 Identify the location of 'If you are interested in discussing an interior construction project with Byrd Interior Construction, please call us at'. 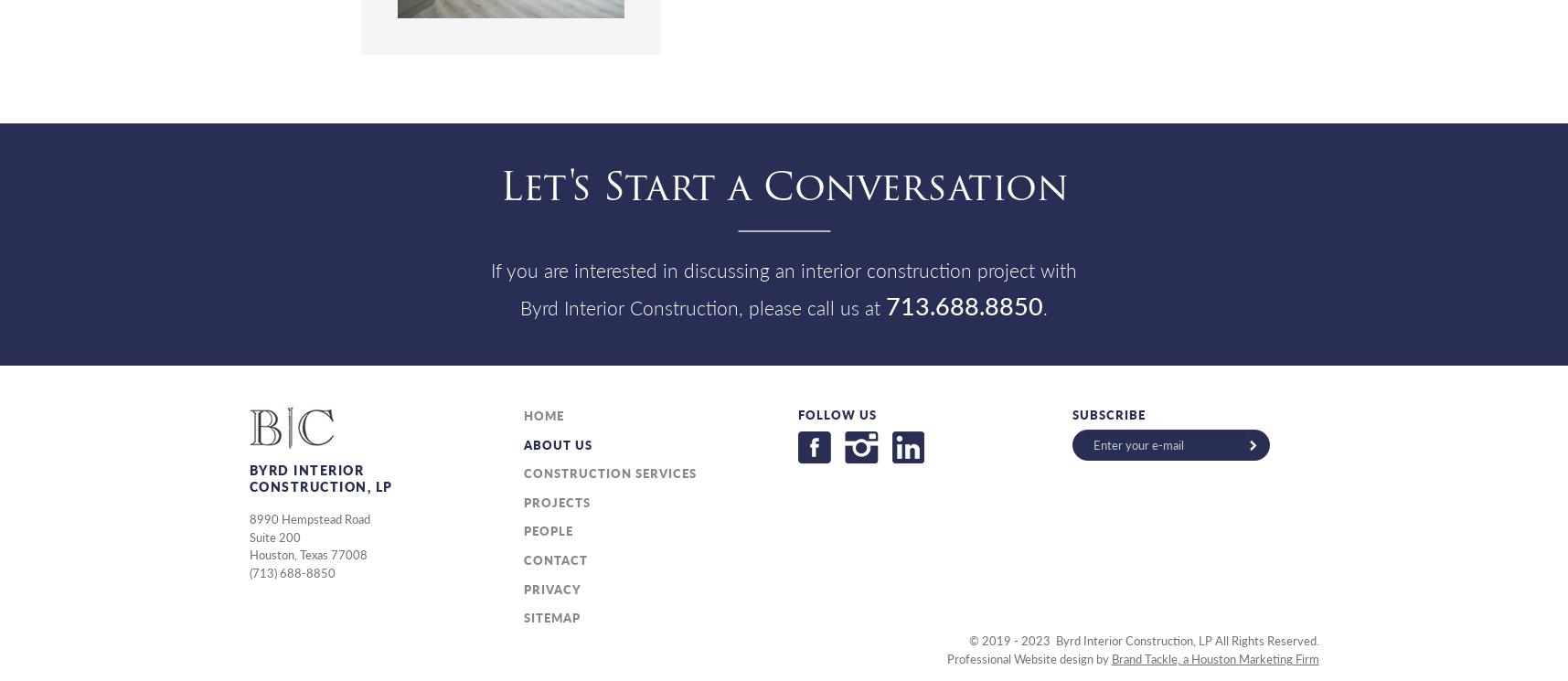
(783, 287).